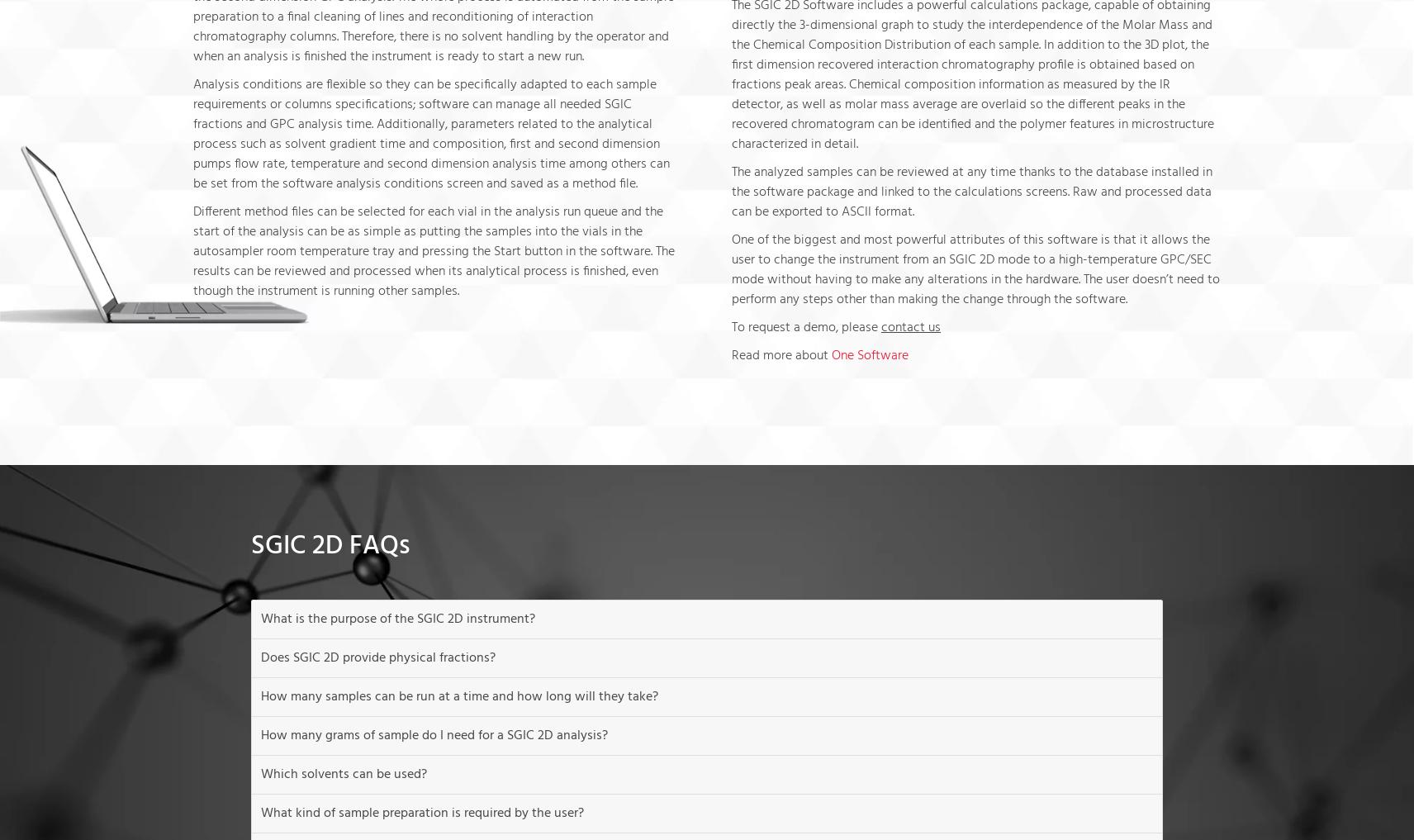 This screenshot has width=1414, height=840. What do you see at coordinates (911, 327) in the screenshot?
I see `'contact us'` at bounding box center [911, 327].